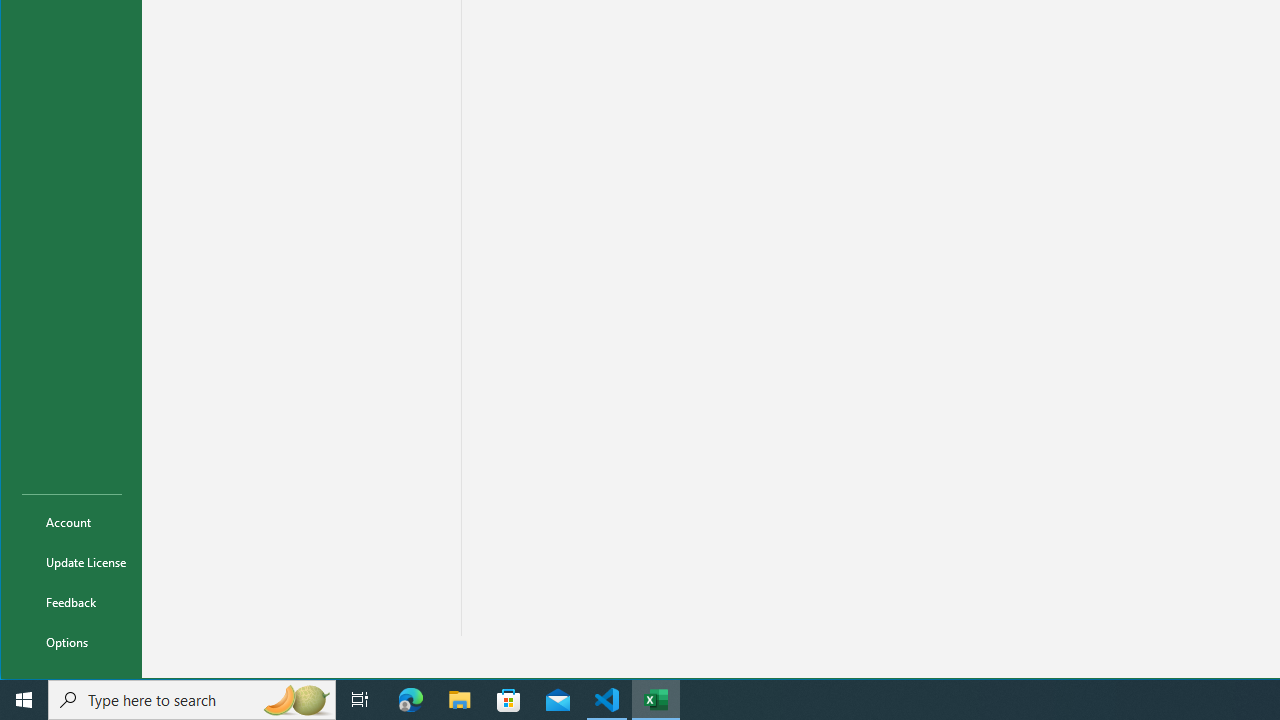 This screenshot has height=720, width=1280. I want to click on 'File Explorer', so click(459, 698).